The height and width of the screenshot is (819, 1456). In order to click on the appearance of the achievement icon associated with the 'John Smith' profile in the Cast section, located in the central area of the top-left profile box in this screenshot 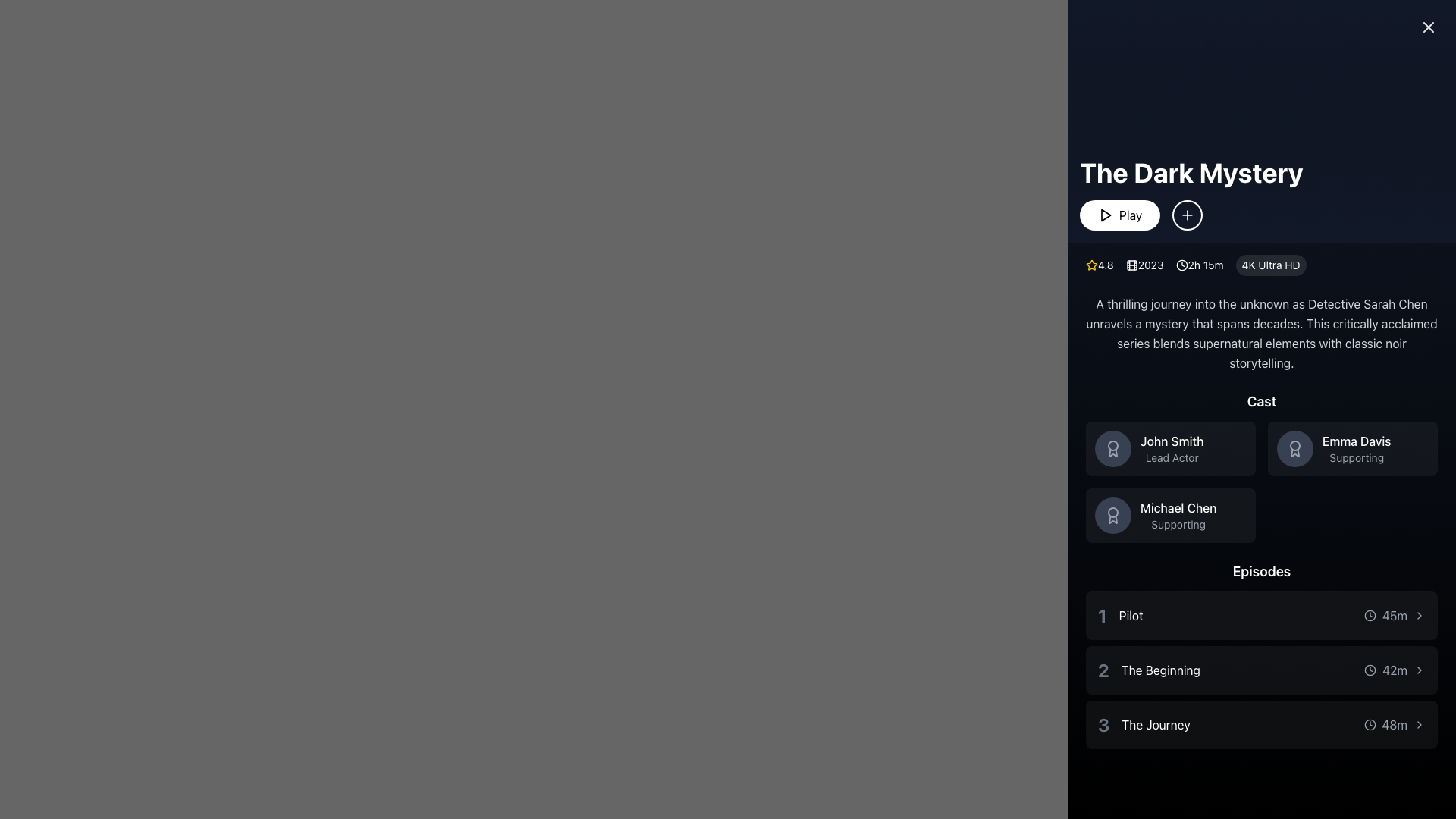, I will do `click(1113, 447)`.